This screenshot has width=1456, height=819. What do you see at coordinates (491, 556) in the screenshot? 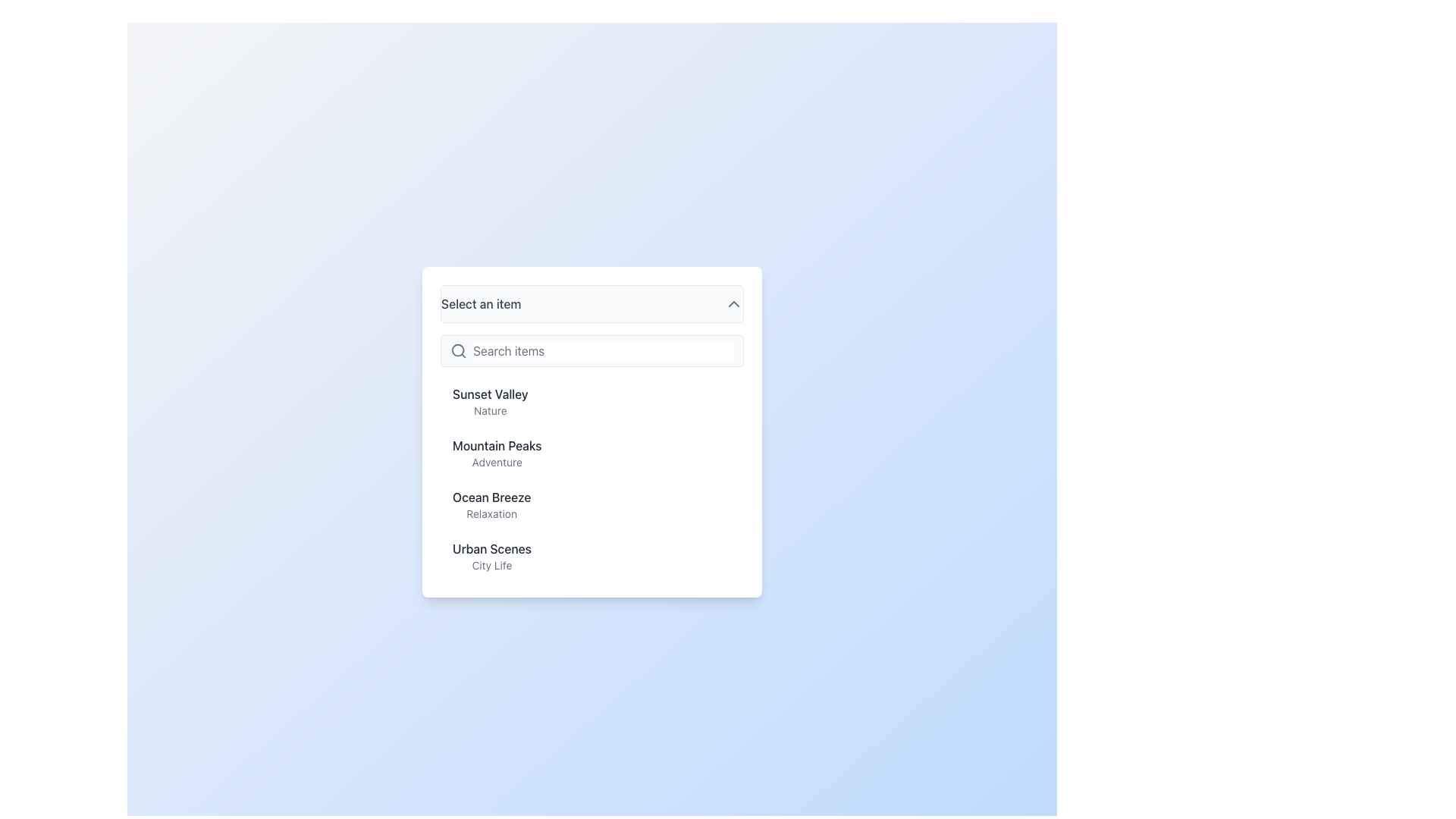
I see `the 'Urban Scenes' static text label in the dropdown menu` at bounding box center [491, 556].